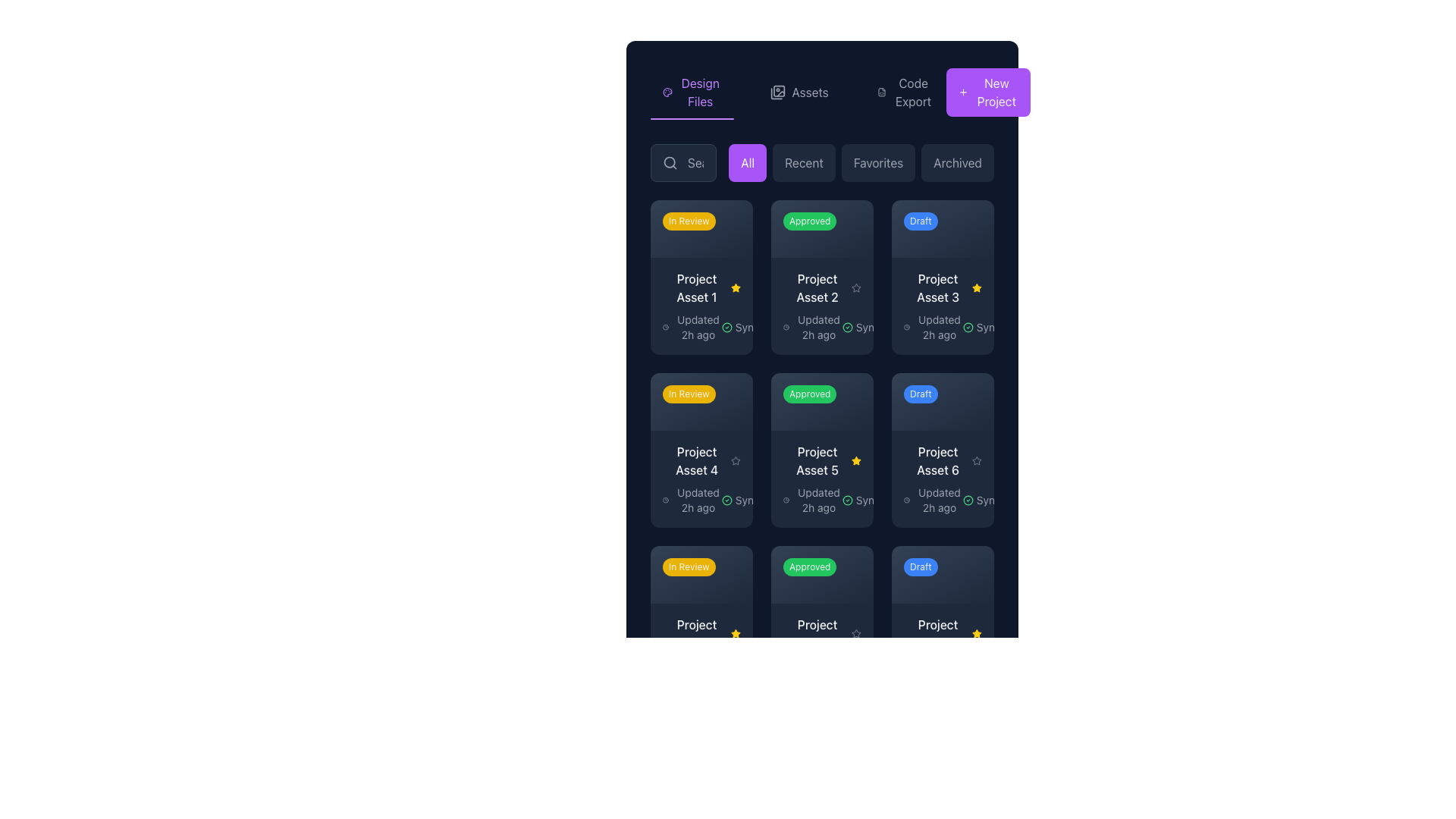  Describe the element at coordinates (977, 287) in the screenshot. I see `the star icon indicating the favorite or featured status of 'Project Asset 3' located in the top-right corner of its card` at that location.